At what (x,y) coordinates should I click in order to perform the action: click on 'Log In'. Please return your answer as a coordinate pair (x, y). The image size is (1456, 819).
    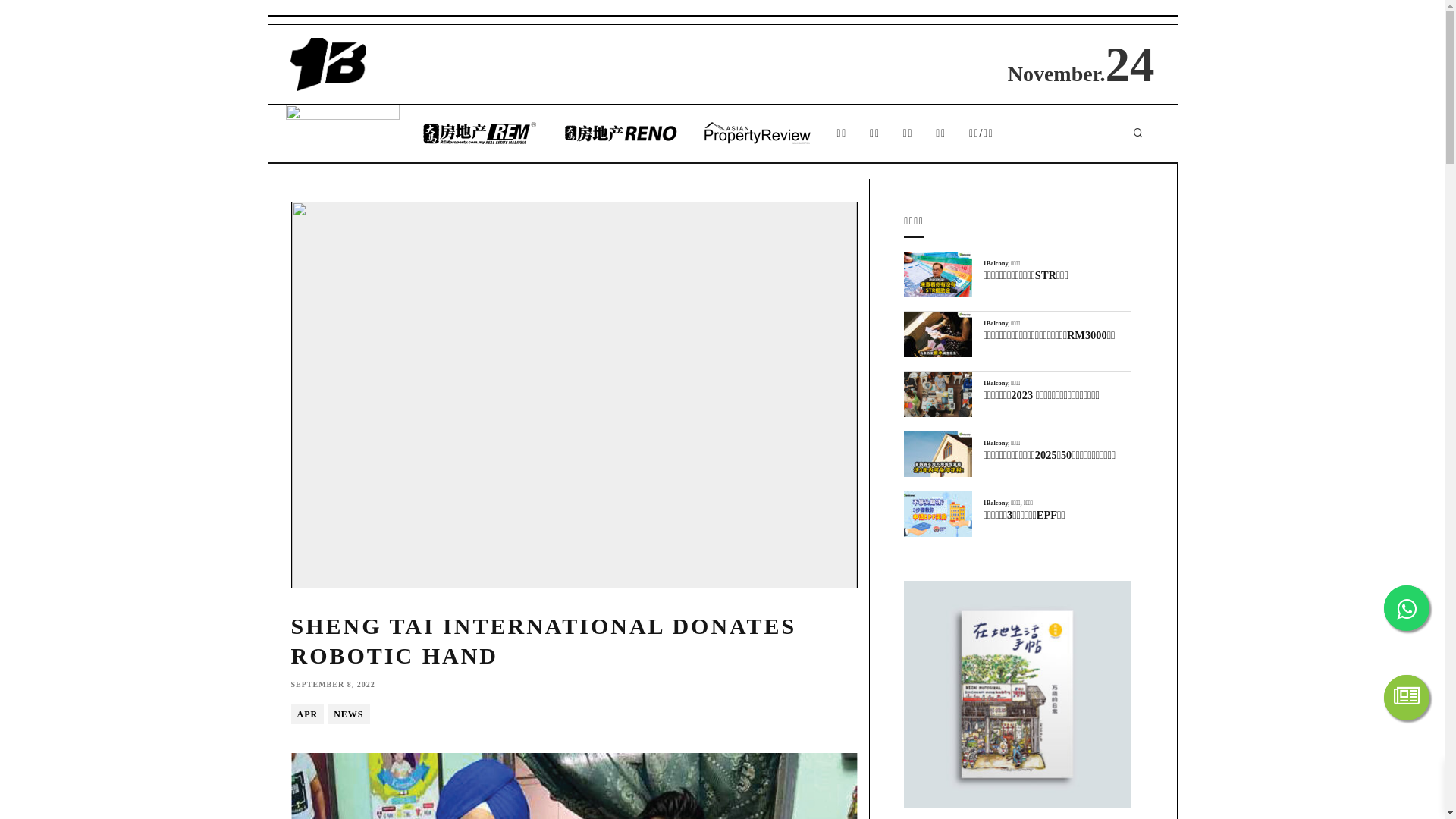
    Looking at the image, I should click on (628, 398).